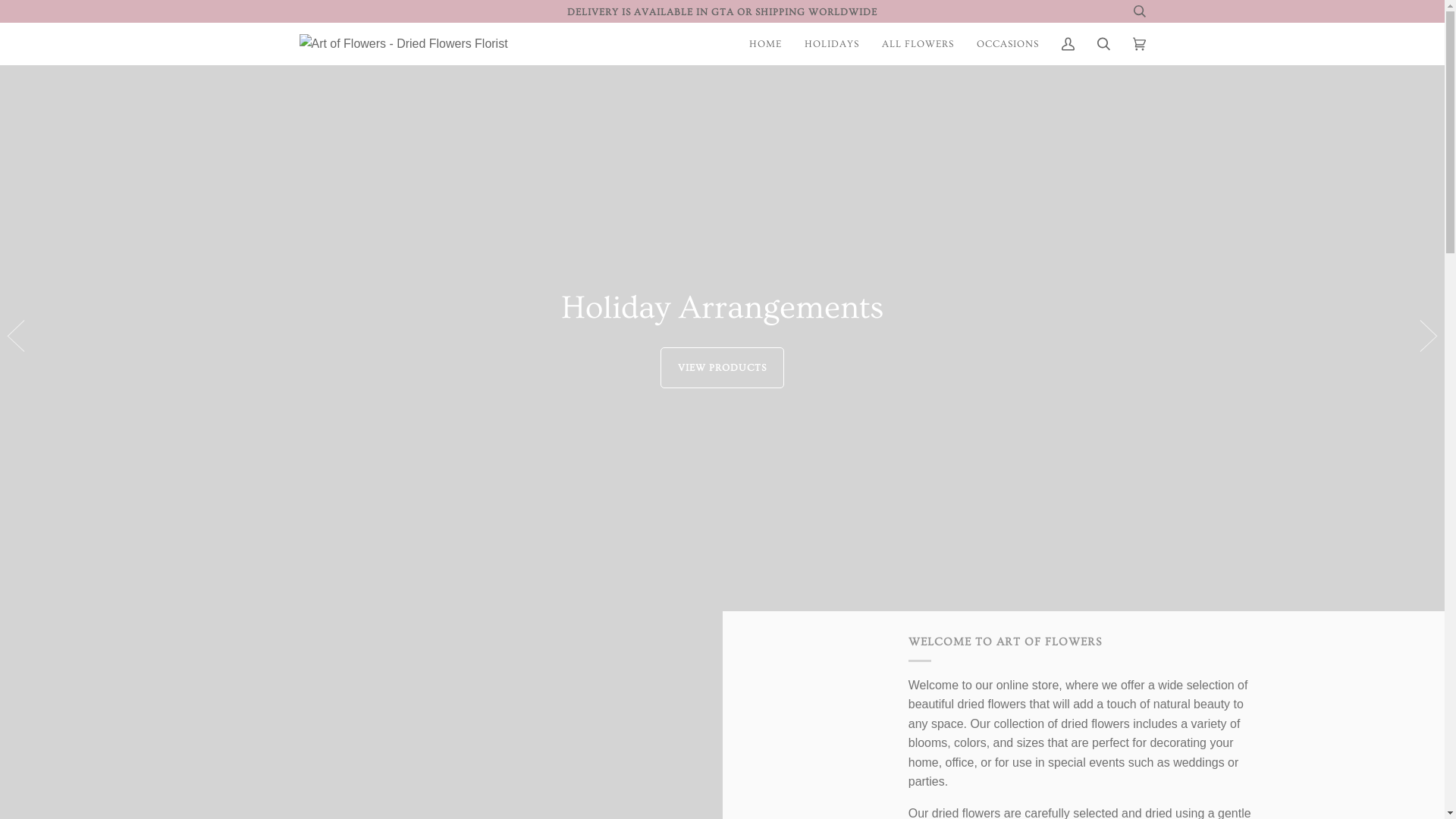 Image resolution: width=1456 pixels, height=819 pixels. What do you see at coordinates (1007, 42) in the screenshot?
I see `'OCCASIONS'` at bounding box center [1007, 42].